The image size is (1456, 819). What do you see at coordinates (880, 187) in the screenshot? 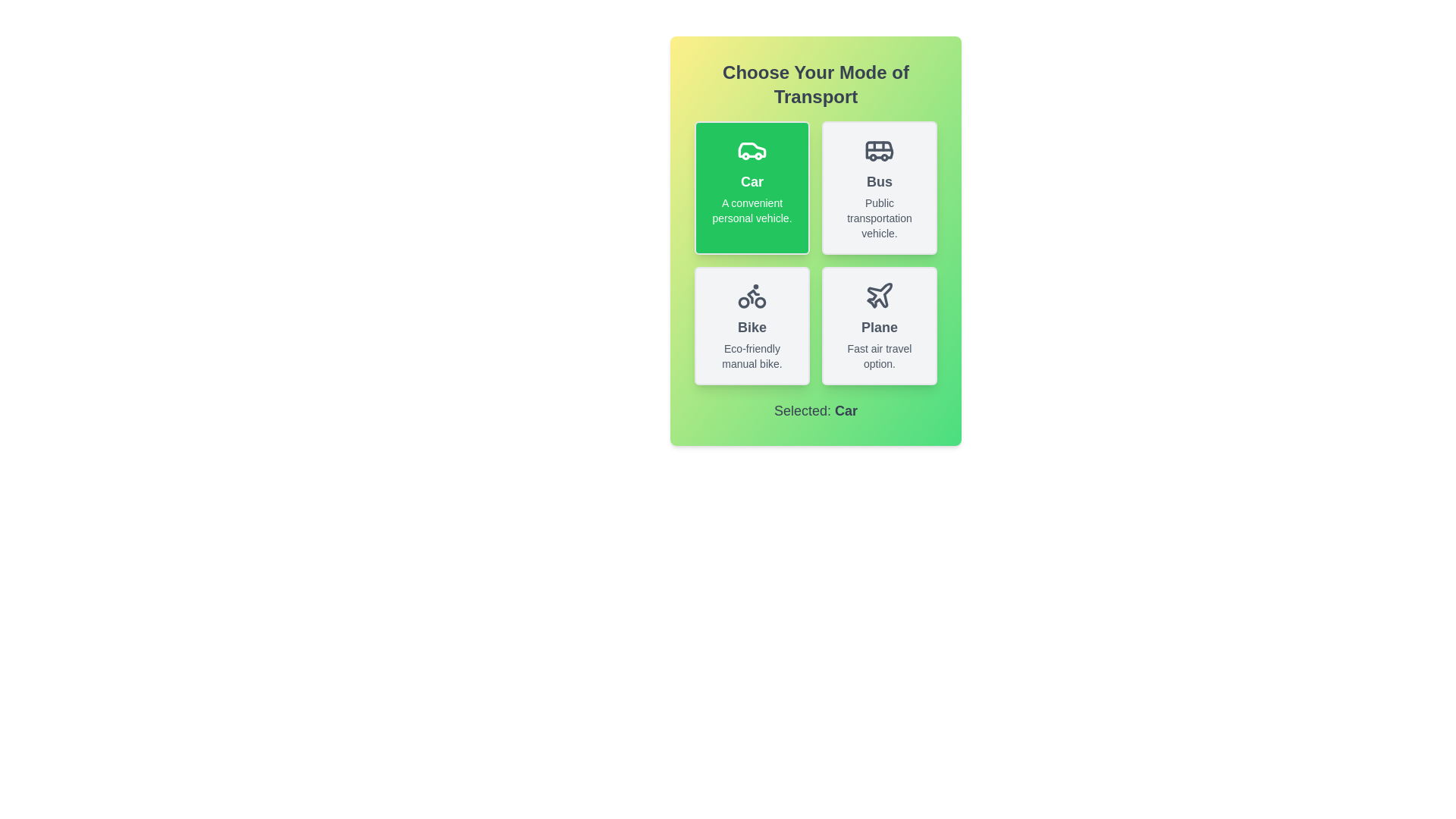
I see `the transport mode Bus by clicking the corresponding button` at bounding box center [880, 187].